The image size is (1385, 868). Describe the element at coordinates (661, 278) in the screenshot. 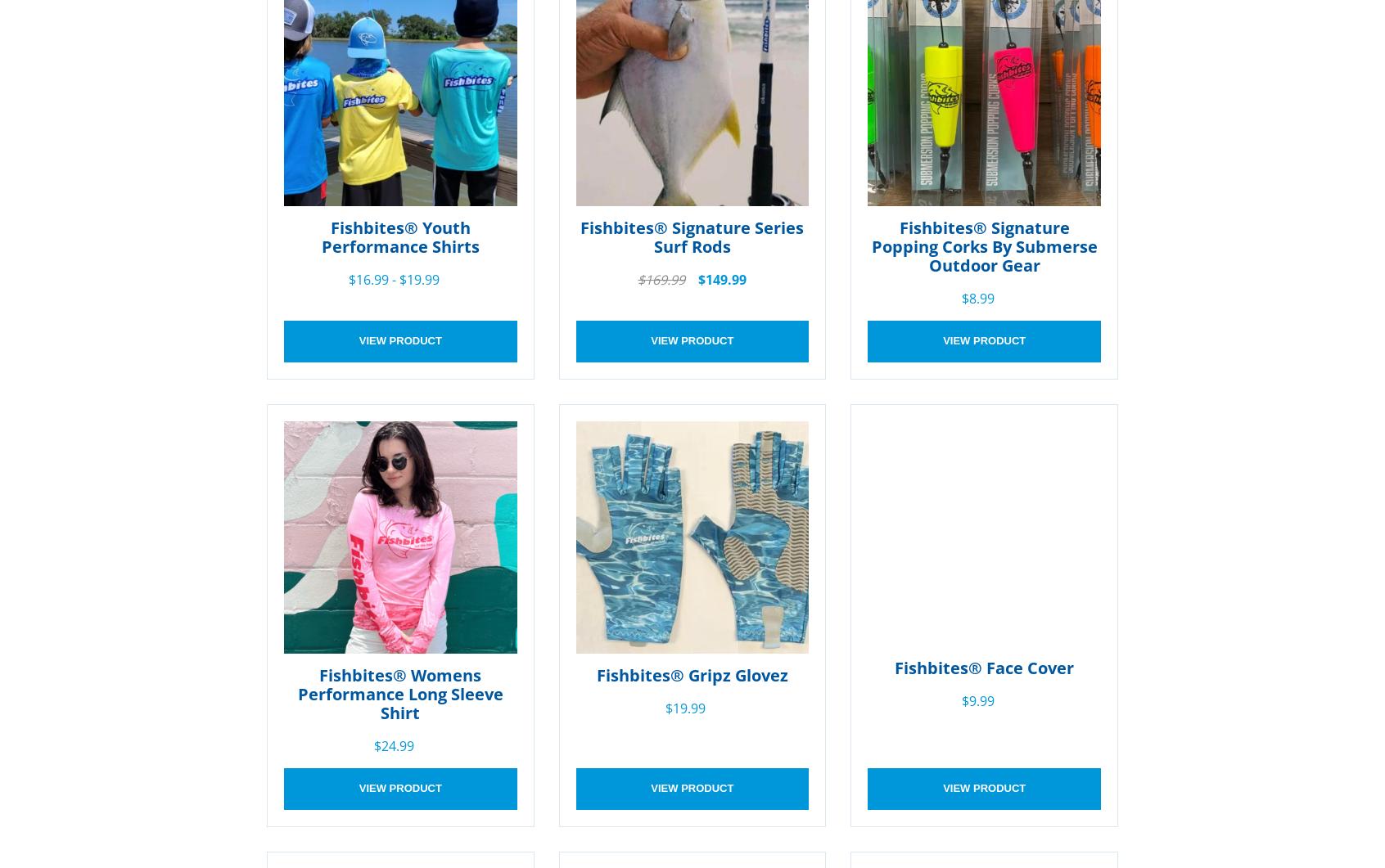

I see `'$169.99'` at that location.